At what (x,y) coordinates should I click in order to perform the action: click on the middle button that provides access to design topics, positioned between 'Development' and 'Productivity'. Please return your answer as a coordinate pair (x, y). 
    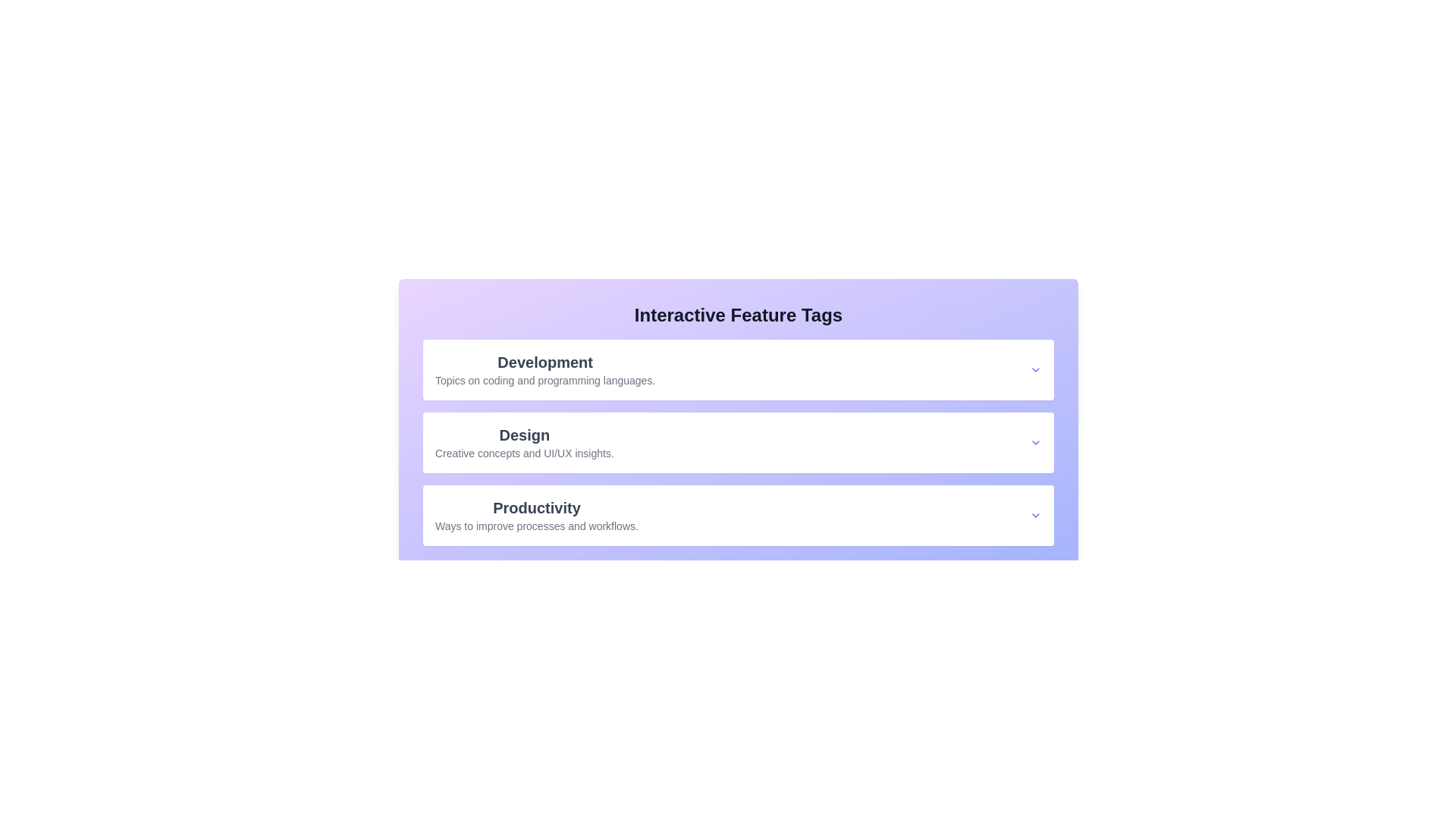
    Looking at the image, I should click on (739, 442).